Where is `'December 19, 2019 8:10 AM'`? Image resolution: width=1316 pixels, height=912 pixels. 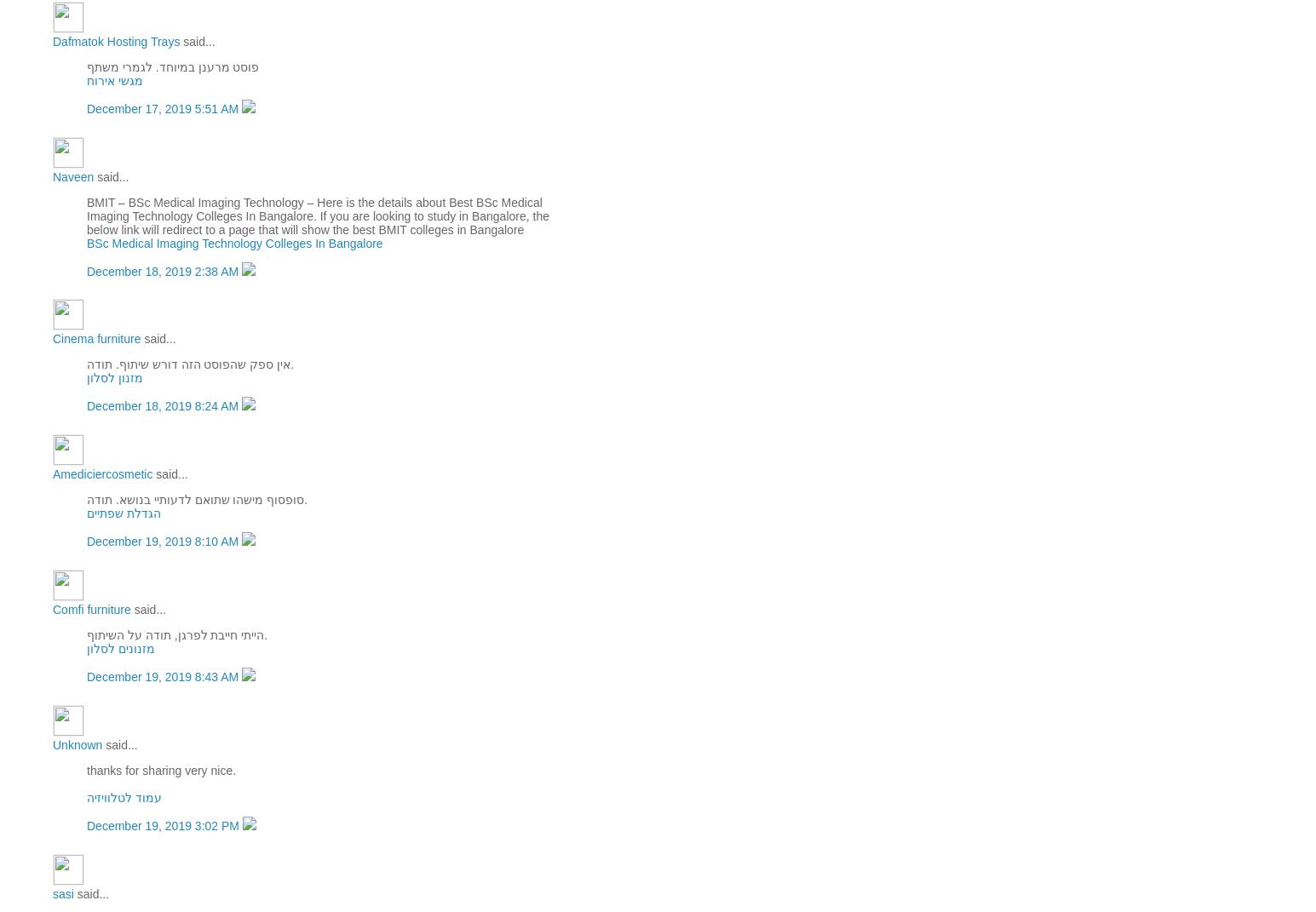 'December 19, 2019 8:10 AM' is located at coordinates (85, 540).